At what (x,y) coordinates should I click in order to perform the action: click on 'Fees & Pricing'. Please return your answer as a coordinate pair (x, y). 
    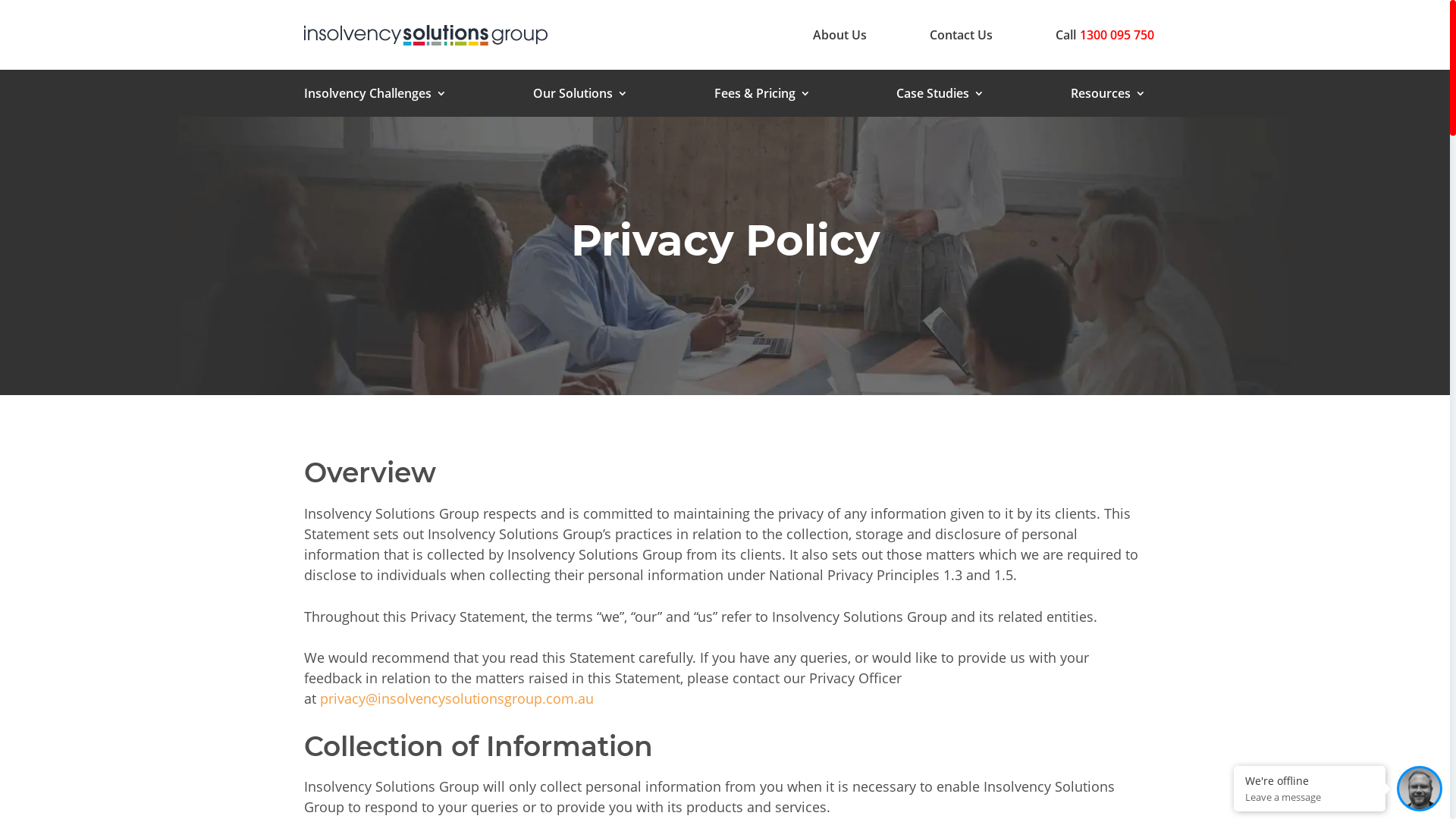
    Looking at the image, I should click on (762, 96).